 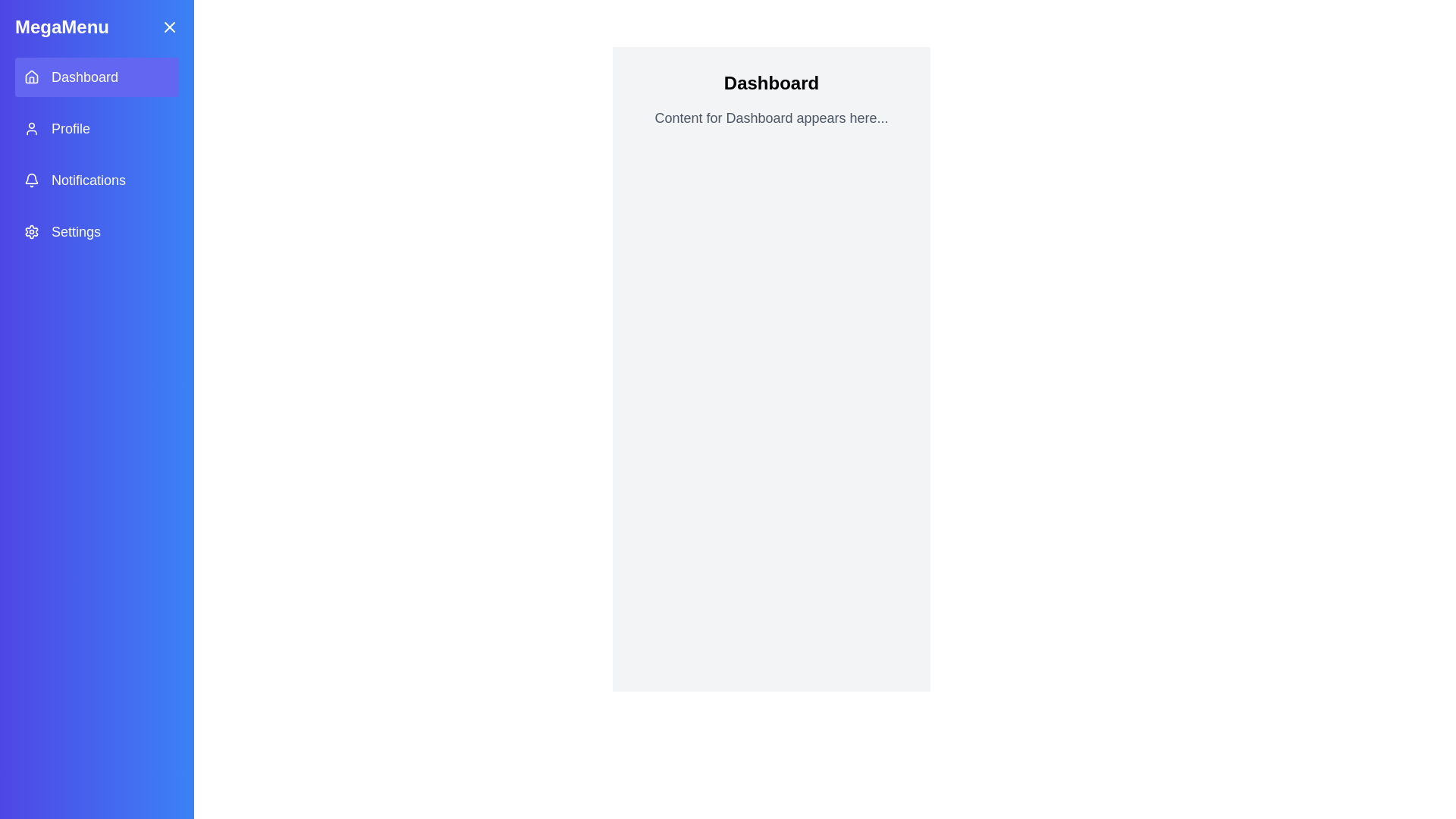 I want to click on the third item in the vertical navigation menu to go to the Notifications section, located below the 'Profile' item and above the 'Settings' item, so click(x=96, y=180).